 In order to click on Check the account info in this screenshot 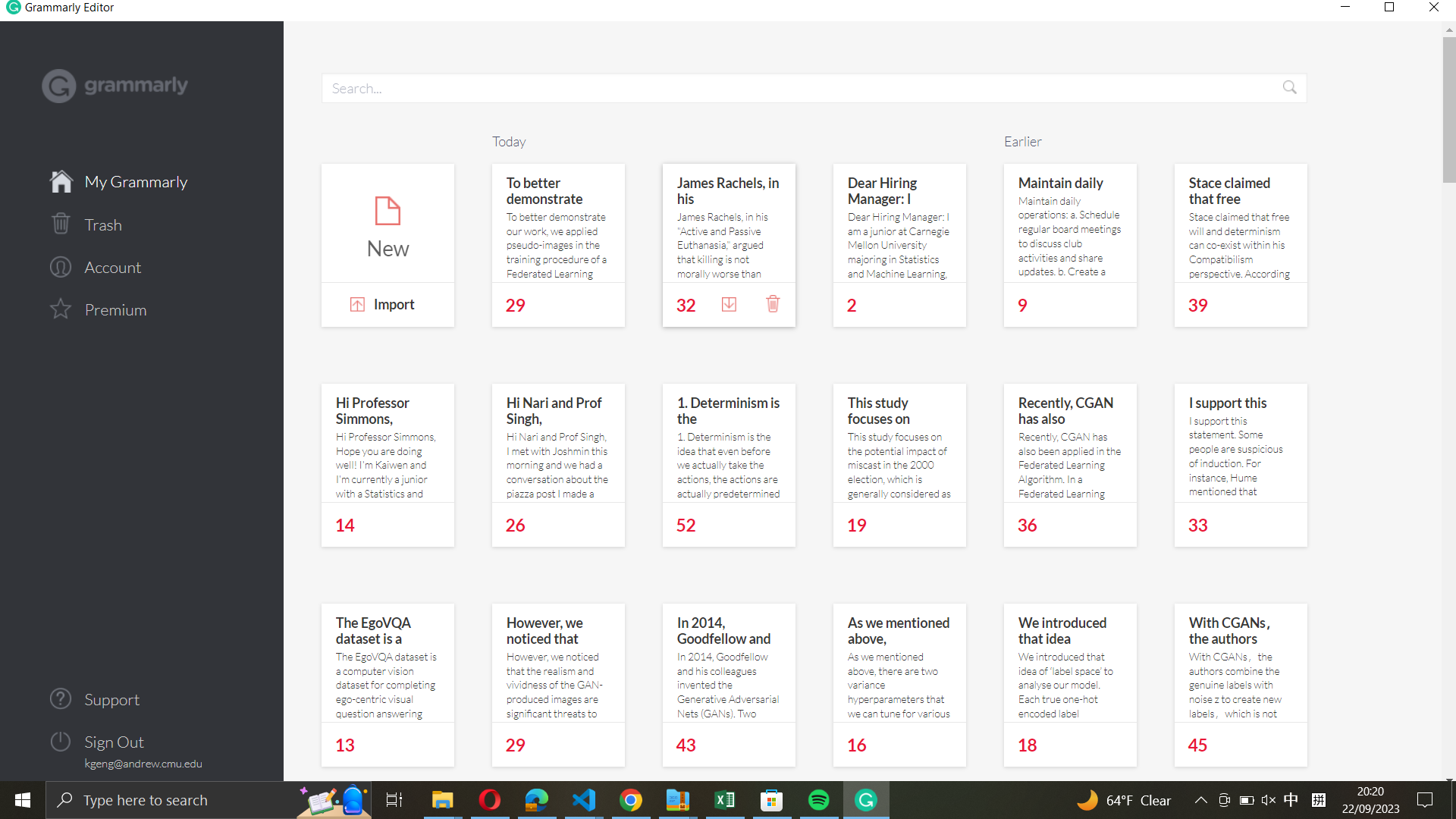, I will do `click(142, 265)`.